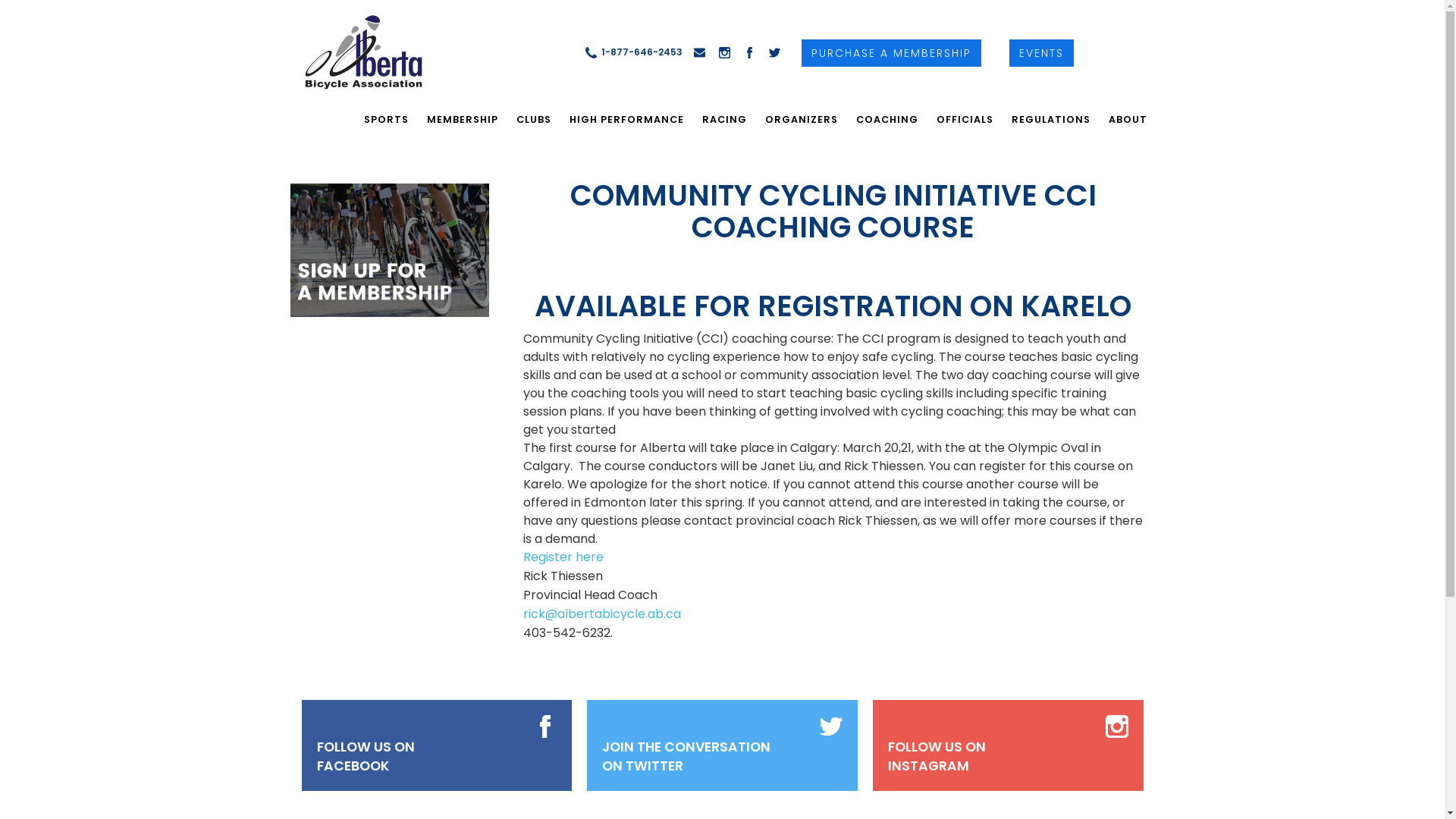  What do you see at coordinates (1128, 119) in the screenshot?
I see `'ABOUT'` at bounding box center [1128, 119].